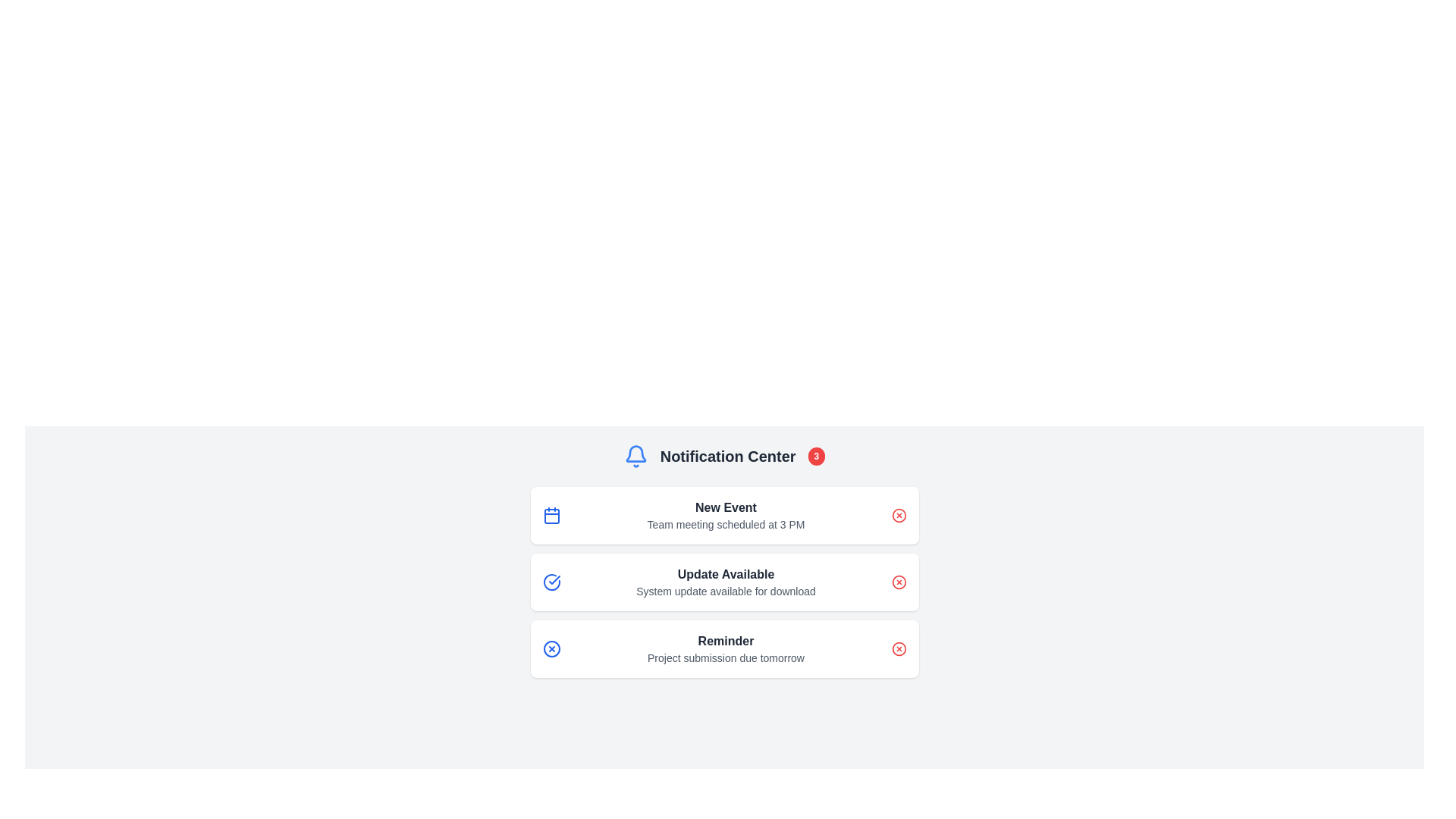  I want to click on the second notification card in the Notification Center that informs the user about an available system update for download, so click(725, 581).